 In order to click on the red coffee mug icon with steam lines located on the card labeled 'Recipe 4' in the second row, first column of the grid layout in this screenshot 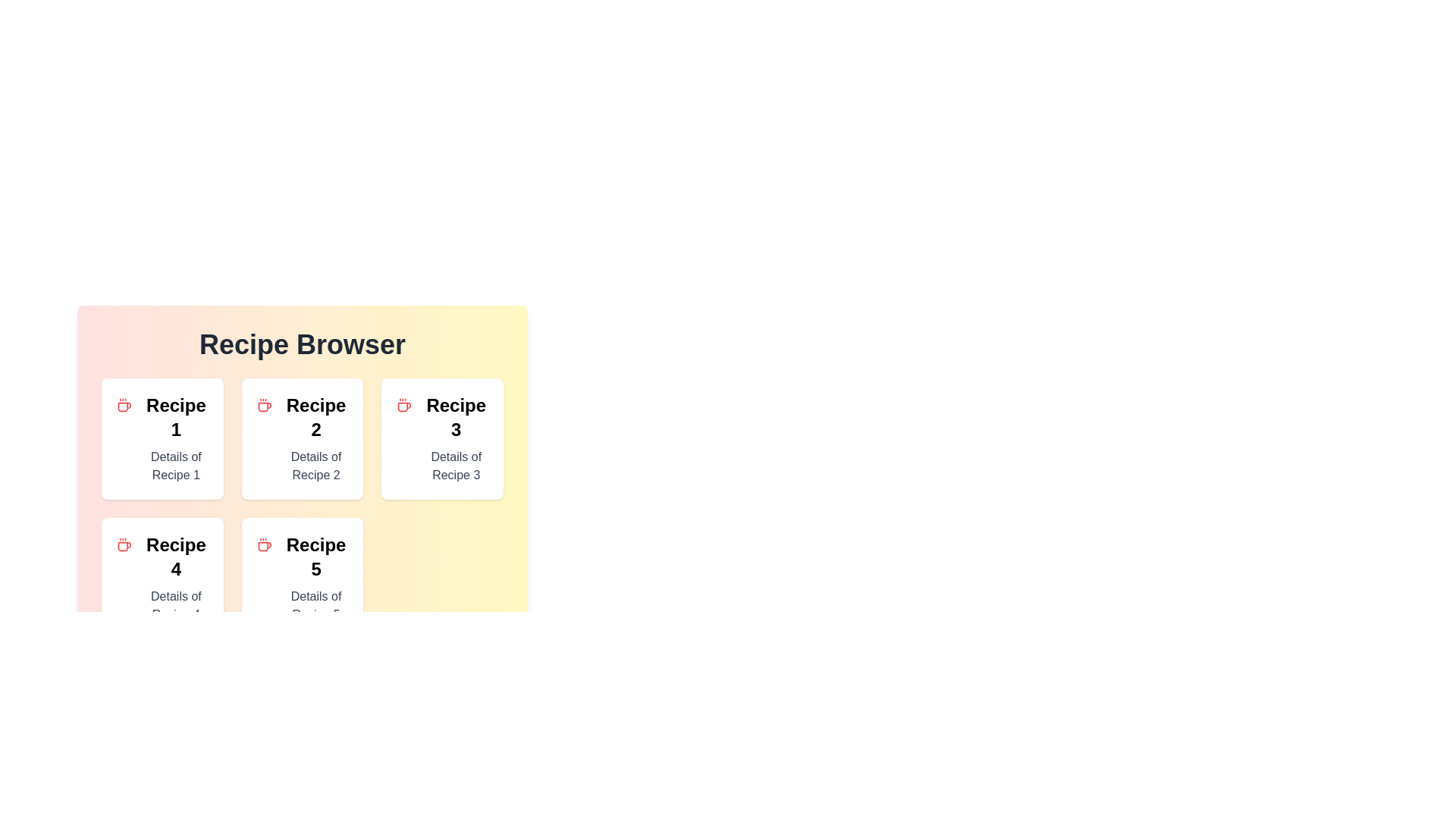, I will do `click(124, 544)`.